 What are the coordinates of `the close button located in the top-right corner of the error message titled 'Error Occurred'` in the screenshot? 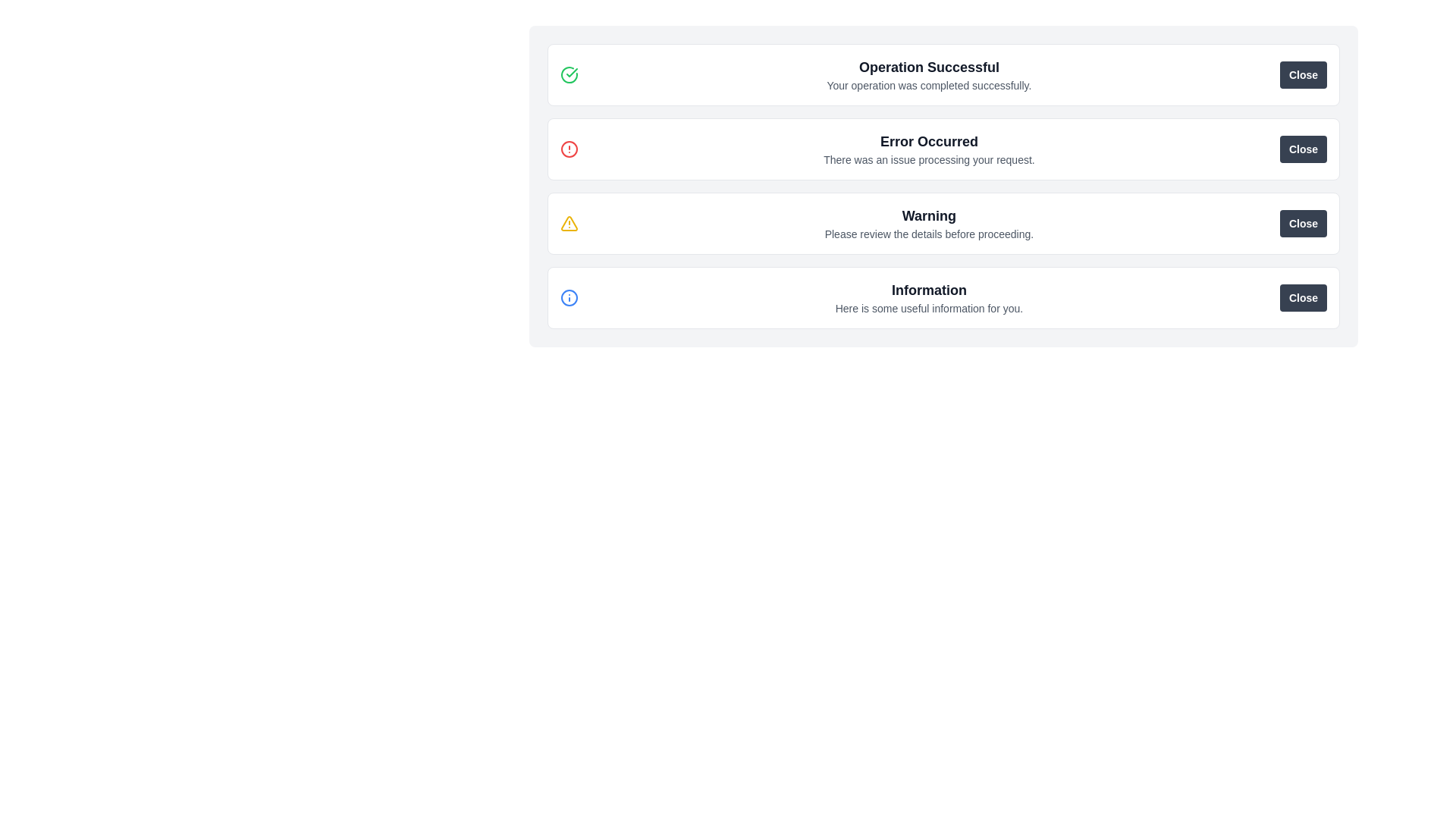 It's located at (1302, 149).